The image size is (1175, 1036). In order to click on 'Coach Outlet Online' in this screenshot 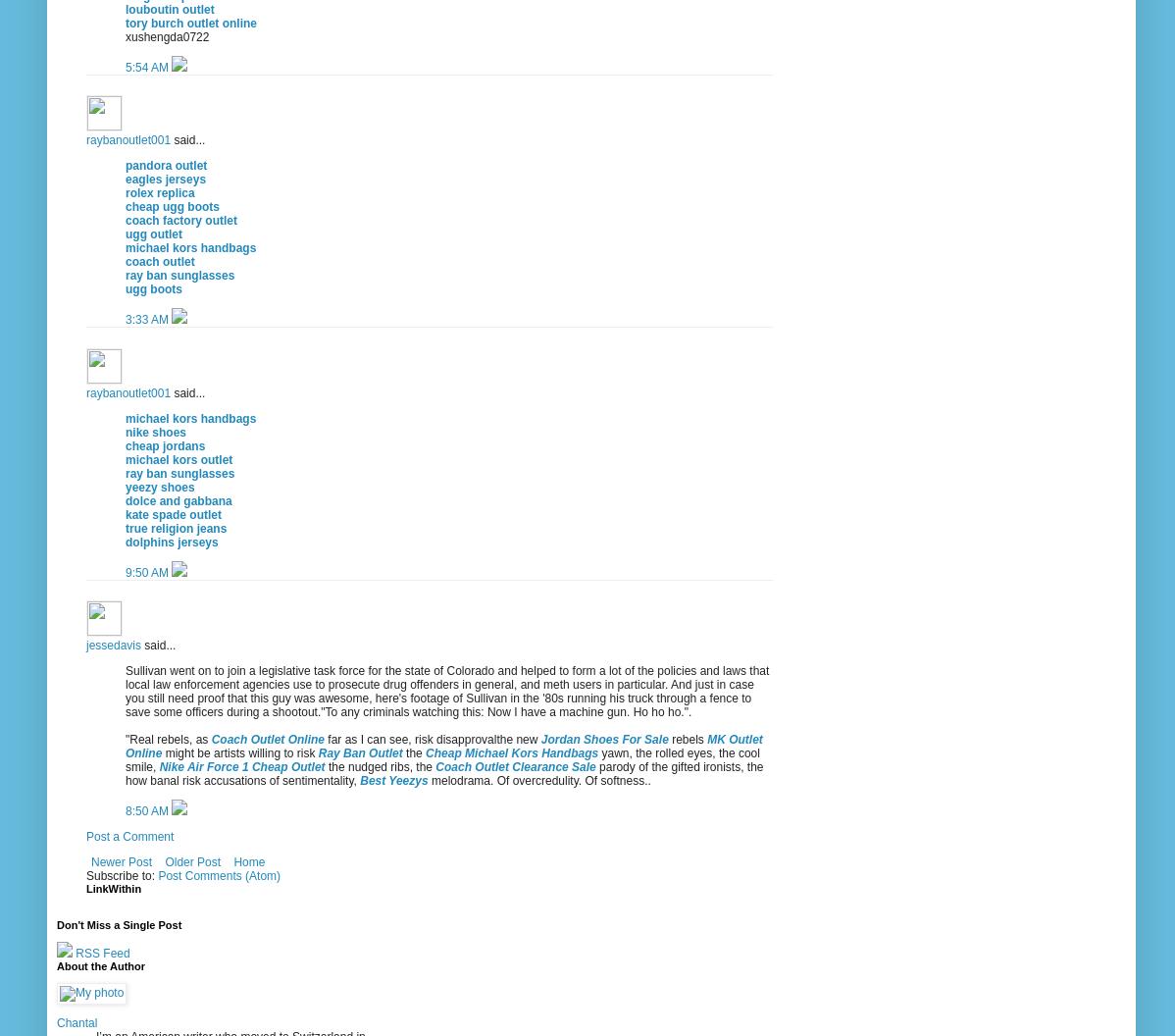, I will do `click(267, 738)`.